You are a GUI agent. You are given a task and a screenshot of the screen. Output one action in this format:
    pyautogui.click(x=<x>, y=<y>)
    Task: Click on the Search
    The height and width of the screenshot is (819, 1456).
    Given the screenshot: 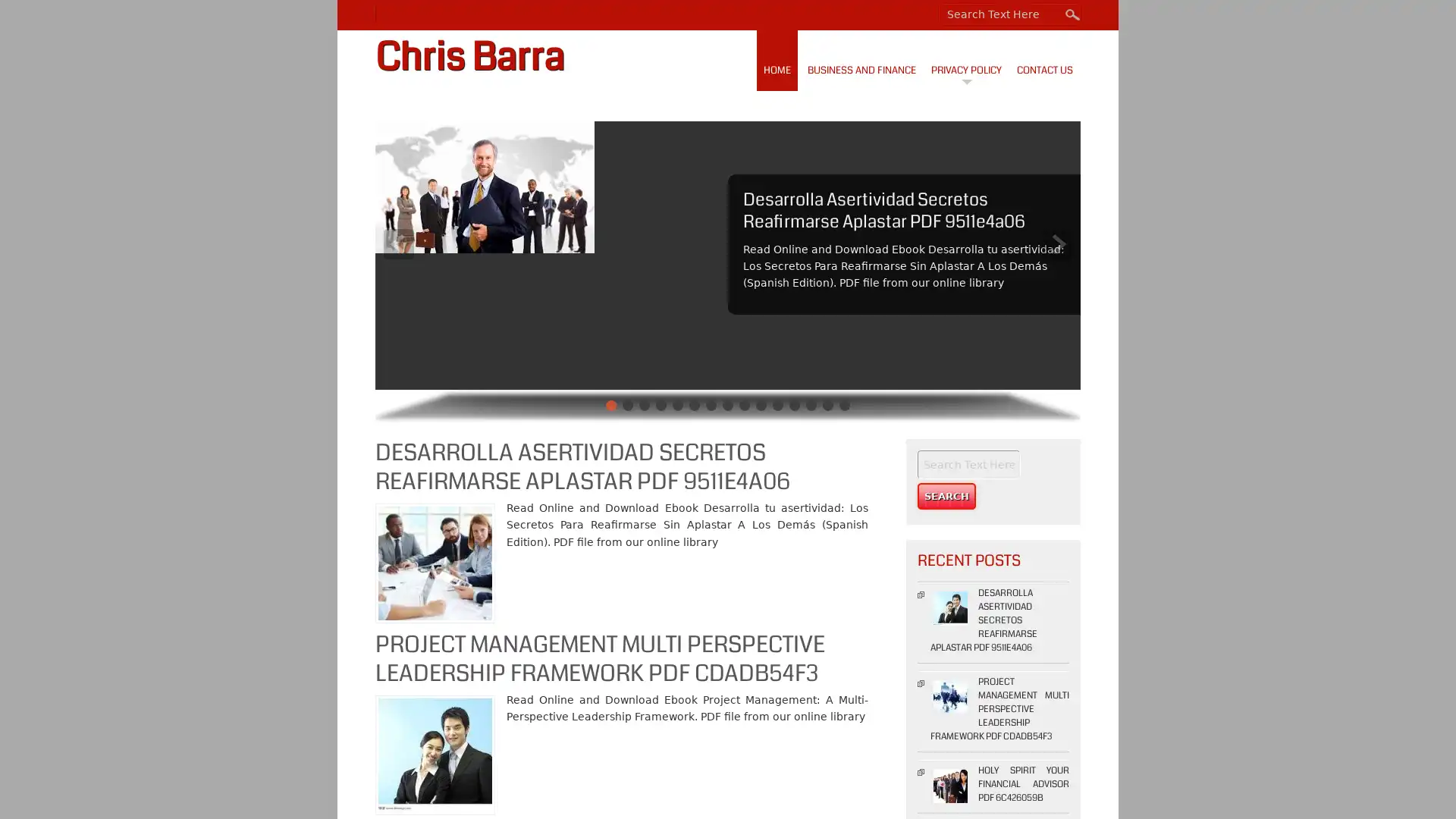 What is the action you would take?
    pyautogui.click(x=946, y=496)
    